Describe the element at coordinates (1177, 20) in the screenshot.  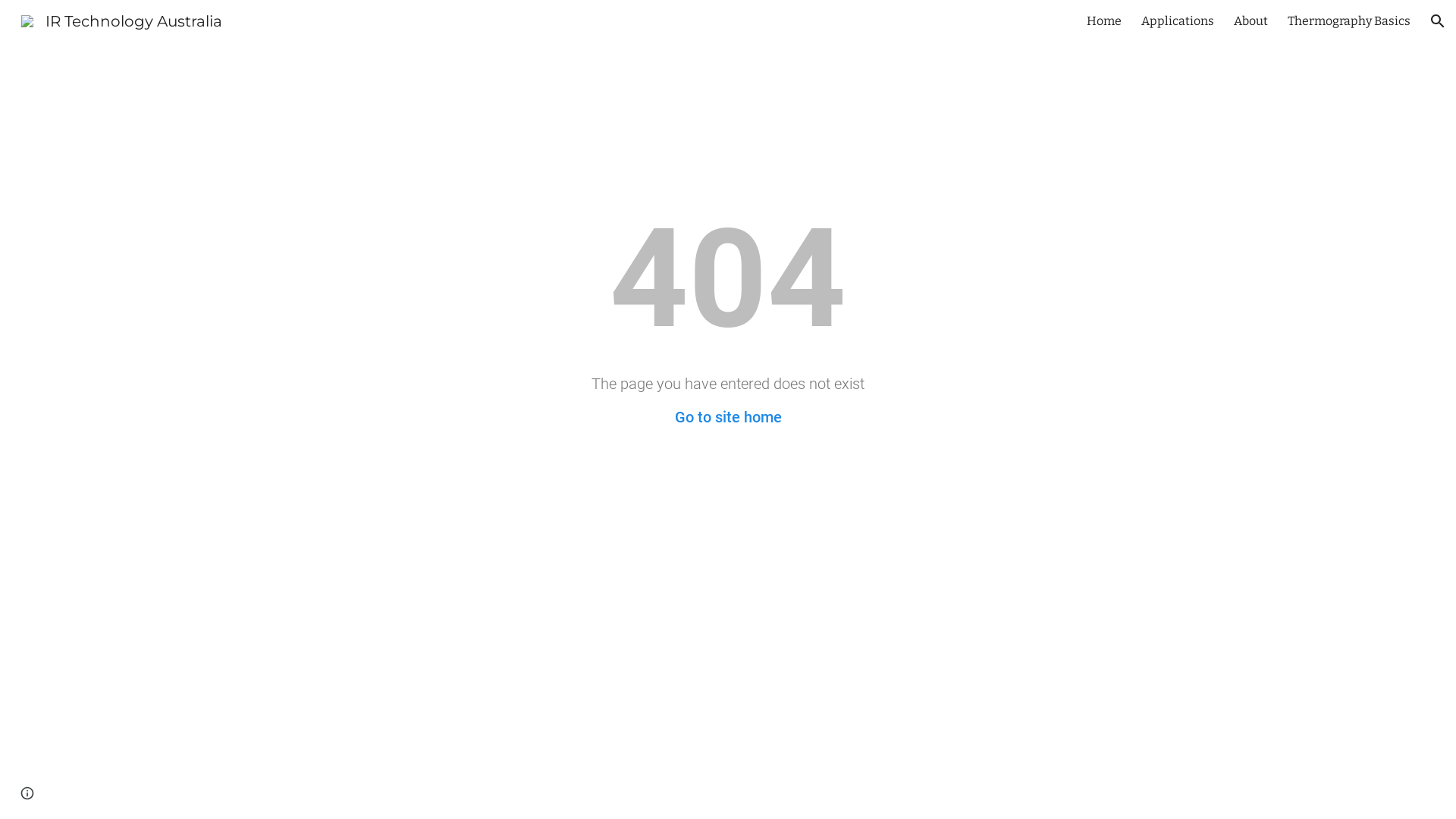
I see `'Applications'` at that location.